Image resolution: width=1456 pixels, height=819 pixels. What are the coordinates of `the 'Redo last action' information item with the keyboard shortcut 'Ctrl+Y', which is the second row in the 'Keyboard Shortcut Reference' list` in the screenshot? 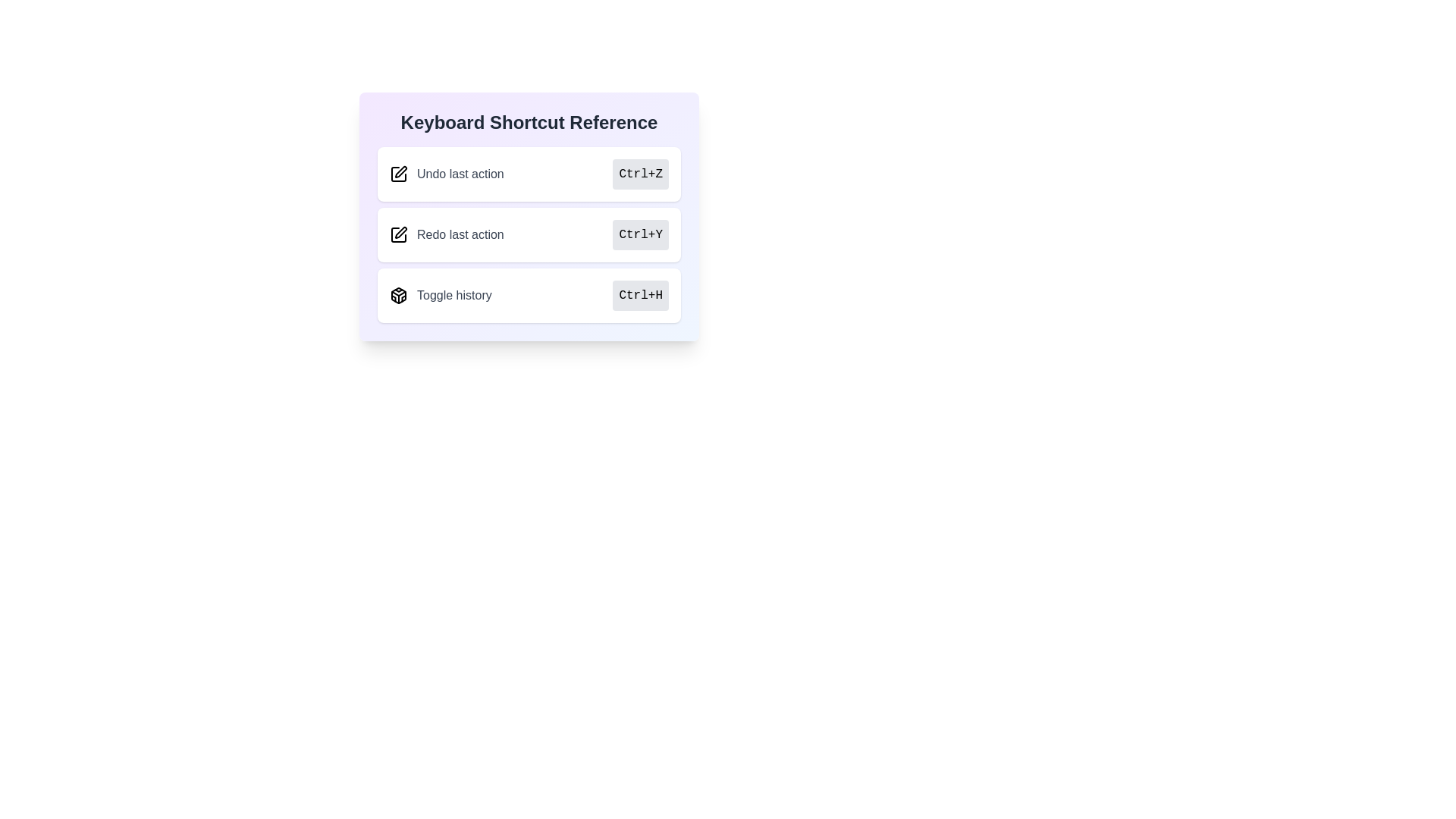 It's located at (578, 227).